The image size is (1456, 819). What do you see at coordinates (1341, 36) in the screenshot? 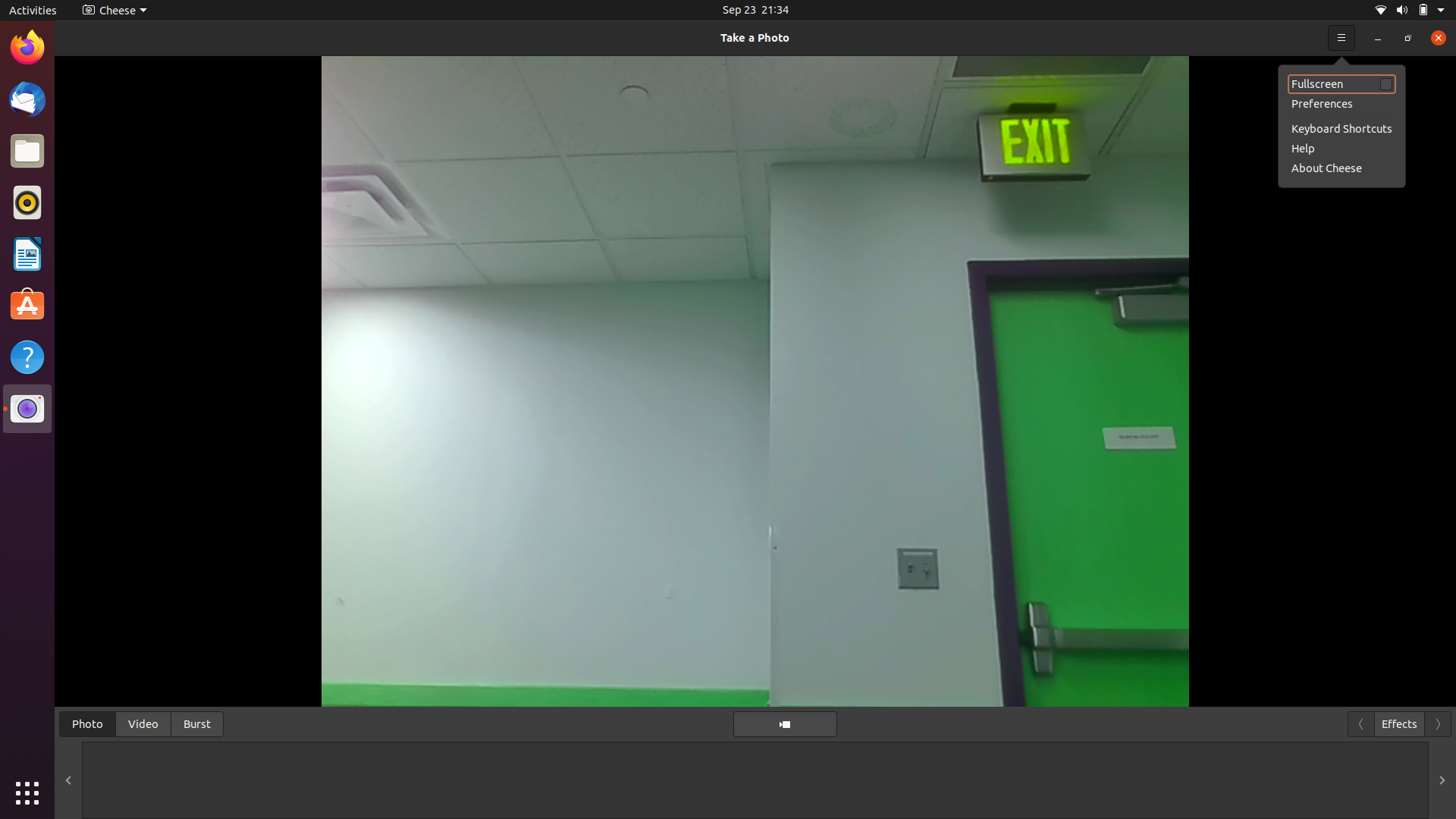
I see `Maximize the camera screen view` at bounding box center [1341, 36].